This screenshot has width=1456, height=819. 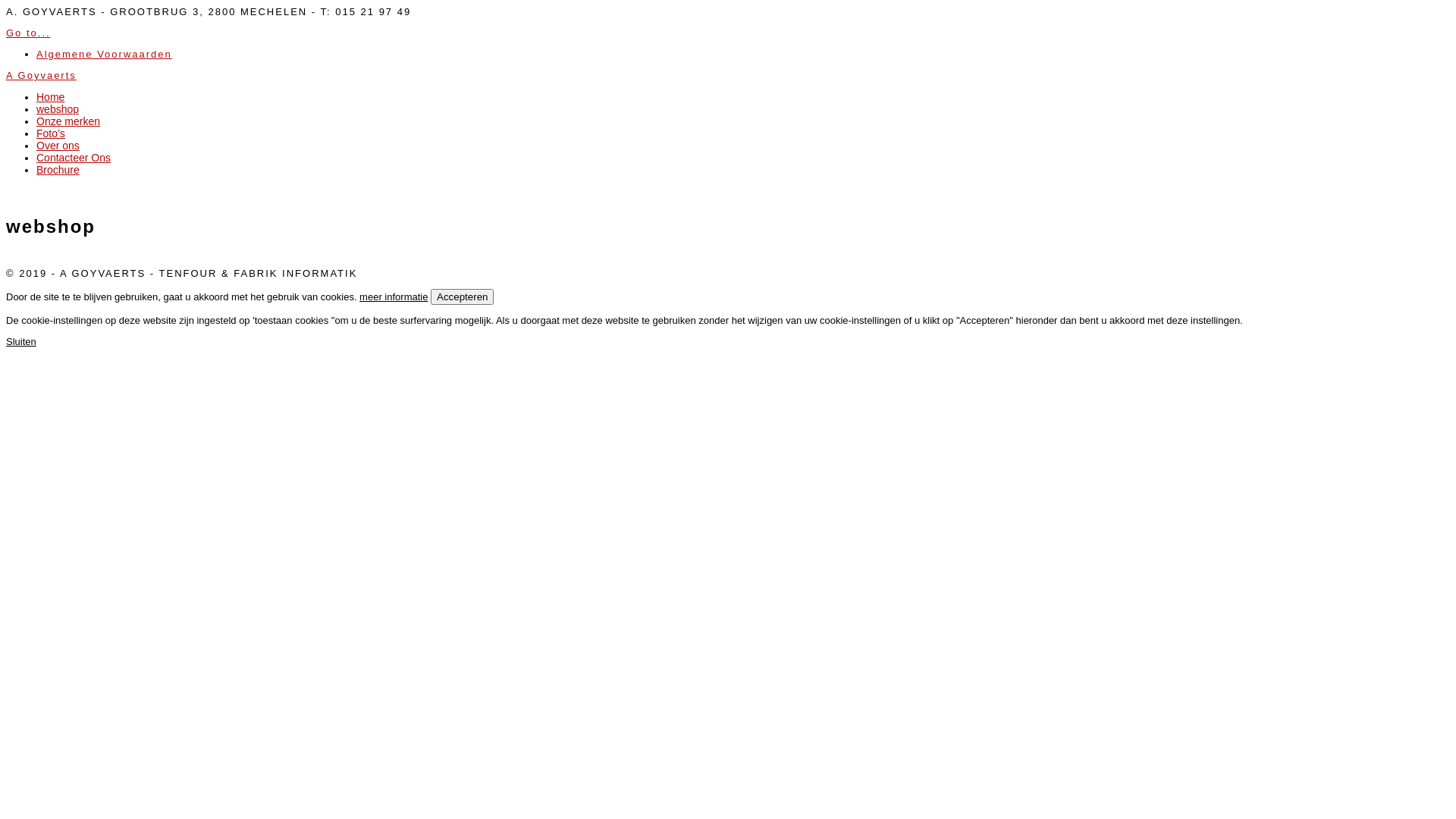 What do you see at coordinates (67, 120) in the screenshot?
I see `'Onze merken'` at bounding box center [67, 120].